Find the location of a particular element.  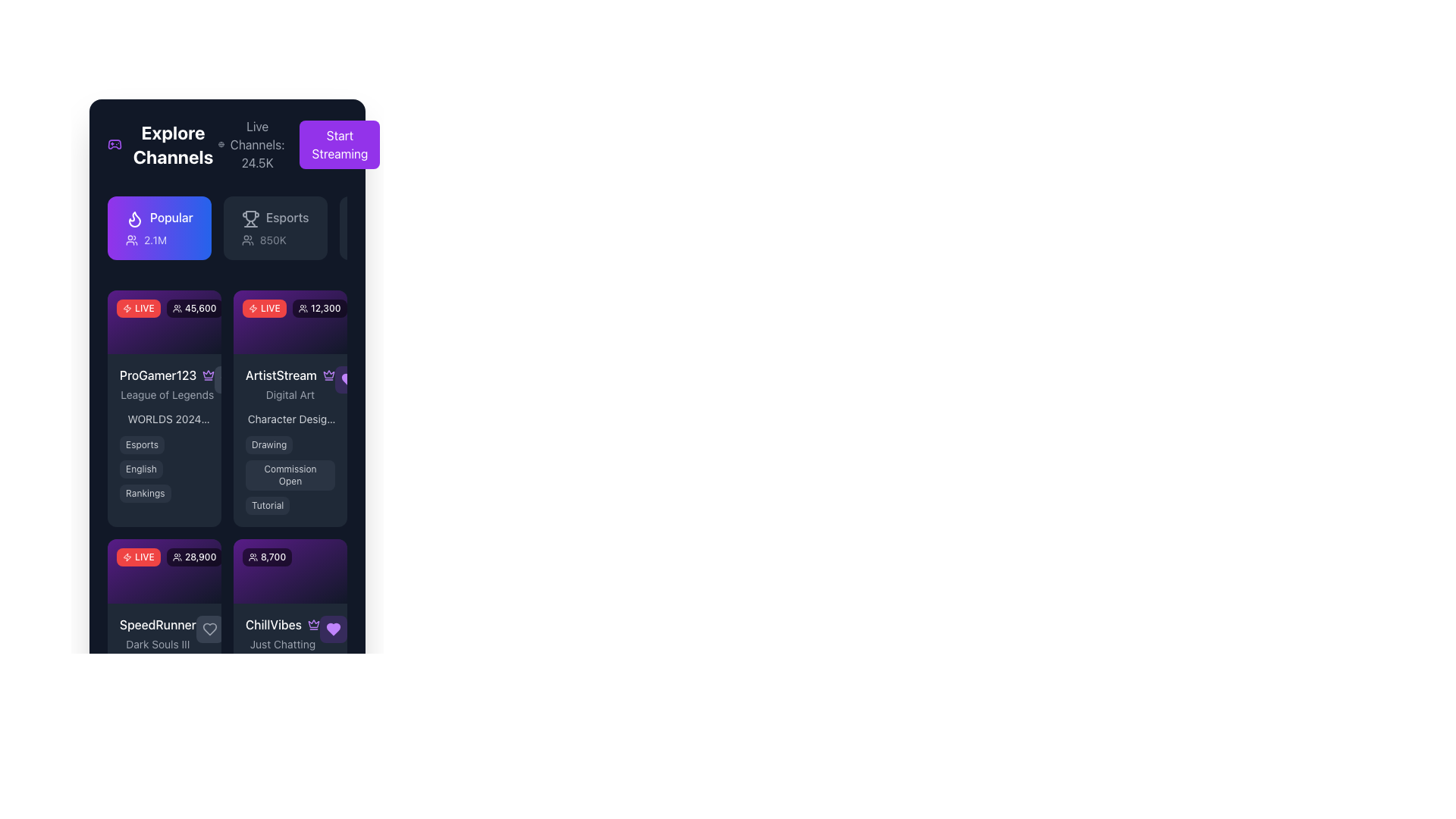

the 'Chill' label, which is a small, rounded rectangle badge with a subtle gray background and smaller grayed-out text, located at the bottom-right of a group of three tags is located at coordinates (303, 717).